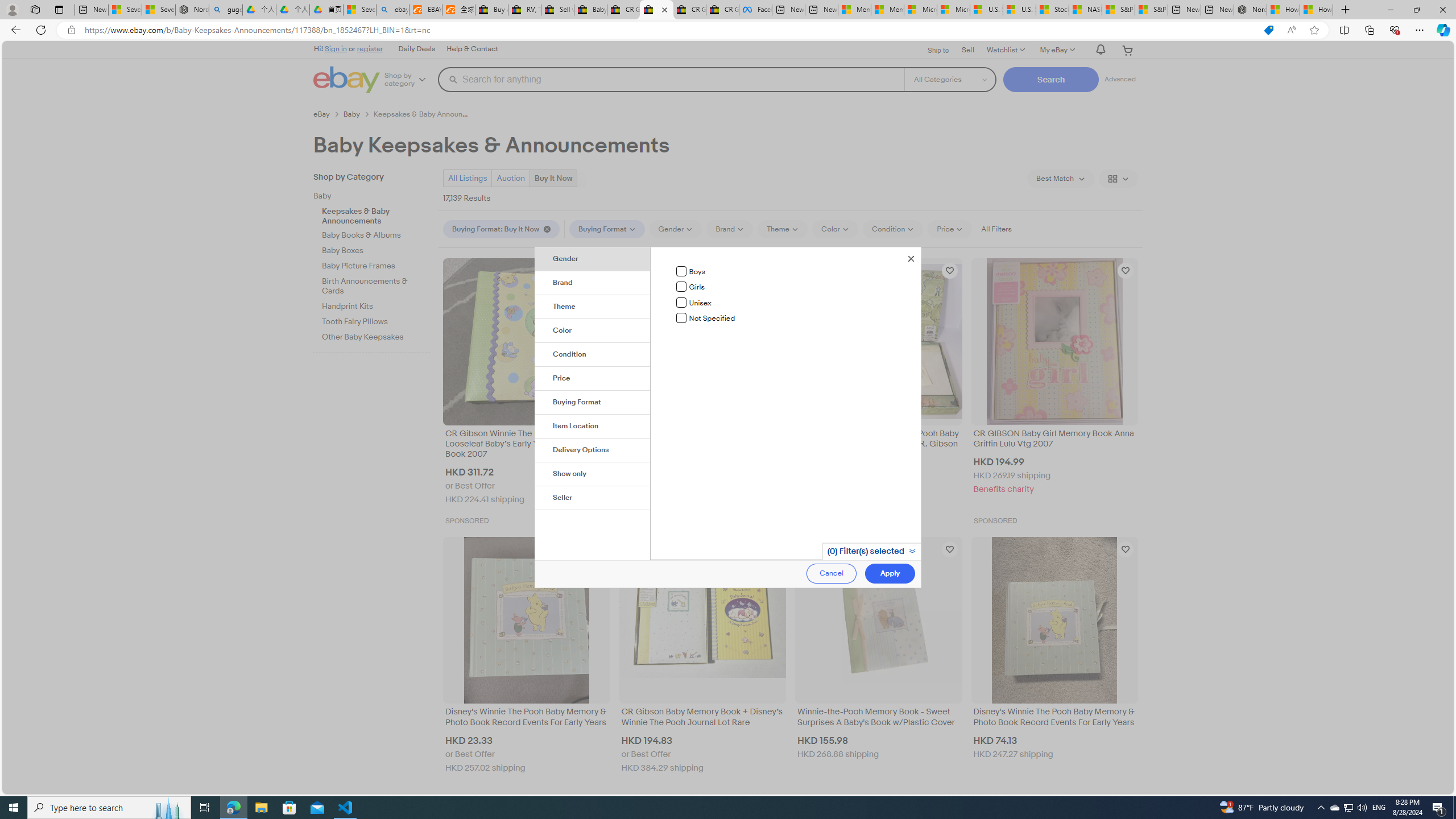 This screenshot has height=819, width=1456. Describe the element at coordinates (911, 257) in the screenshot. I see `'Close'` at that location.